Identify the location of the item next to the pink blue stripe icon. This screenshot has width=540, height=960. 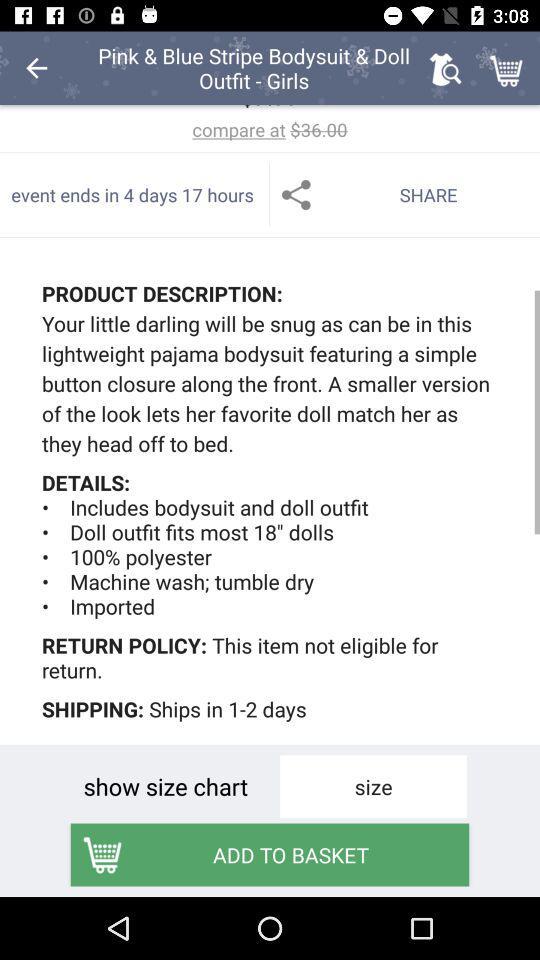
(445, 68).